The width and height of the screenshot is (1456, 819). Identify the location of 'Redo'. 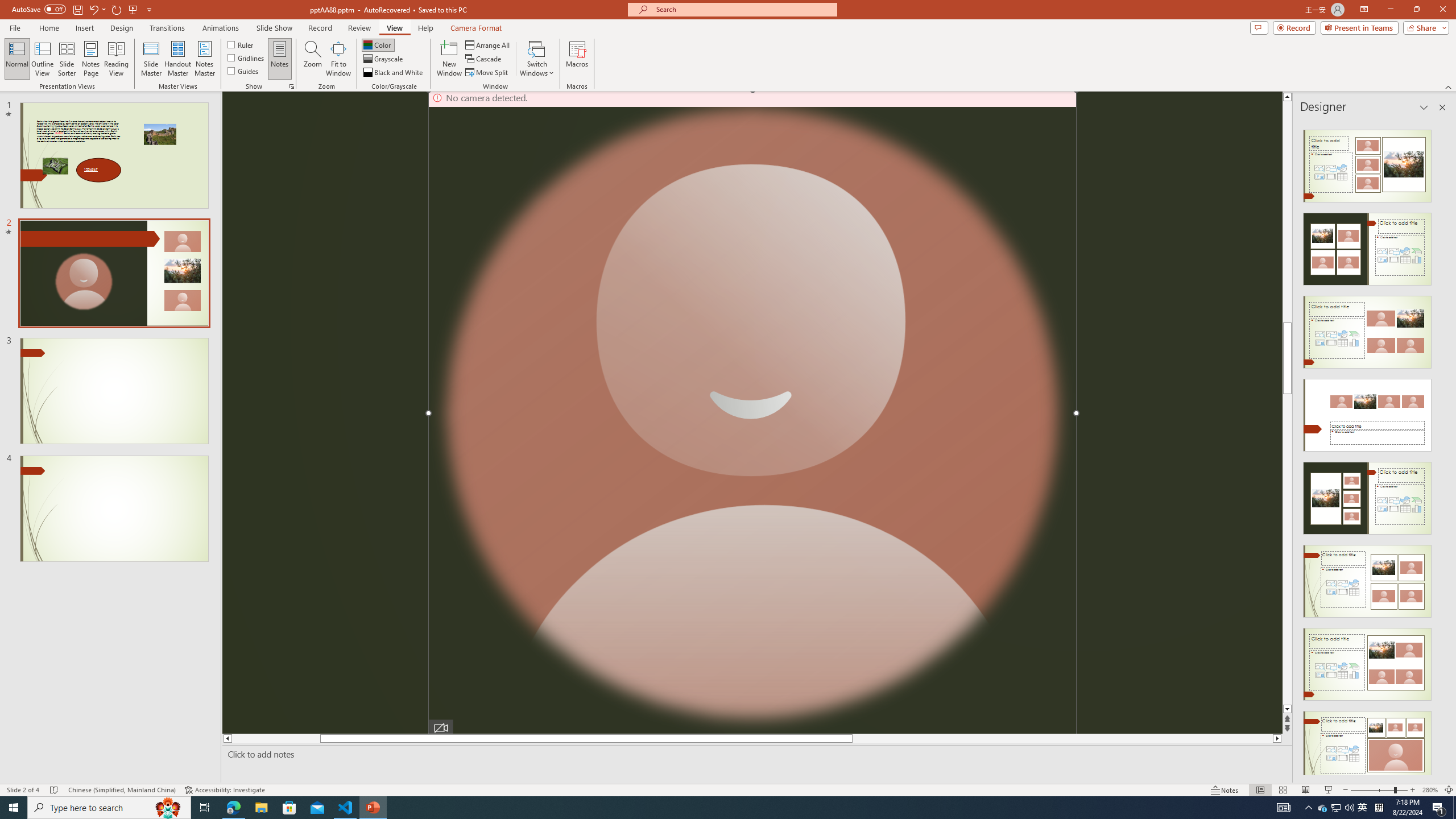
(117, 9).